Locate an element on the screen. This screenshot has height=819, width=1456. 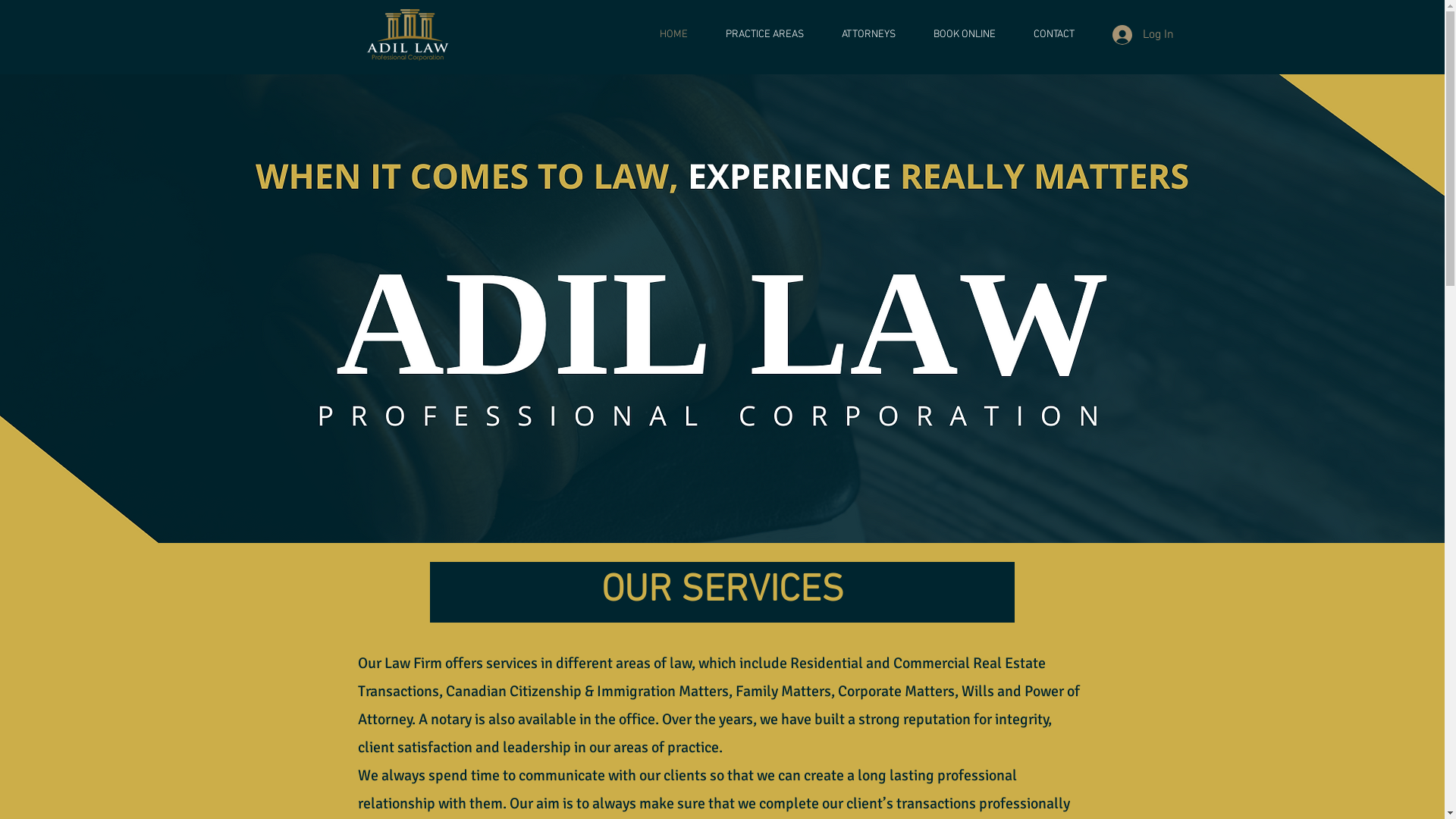
'CONTACT' is located at coordinates (1053, 34).